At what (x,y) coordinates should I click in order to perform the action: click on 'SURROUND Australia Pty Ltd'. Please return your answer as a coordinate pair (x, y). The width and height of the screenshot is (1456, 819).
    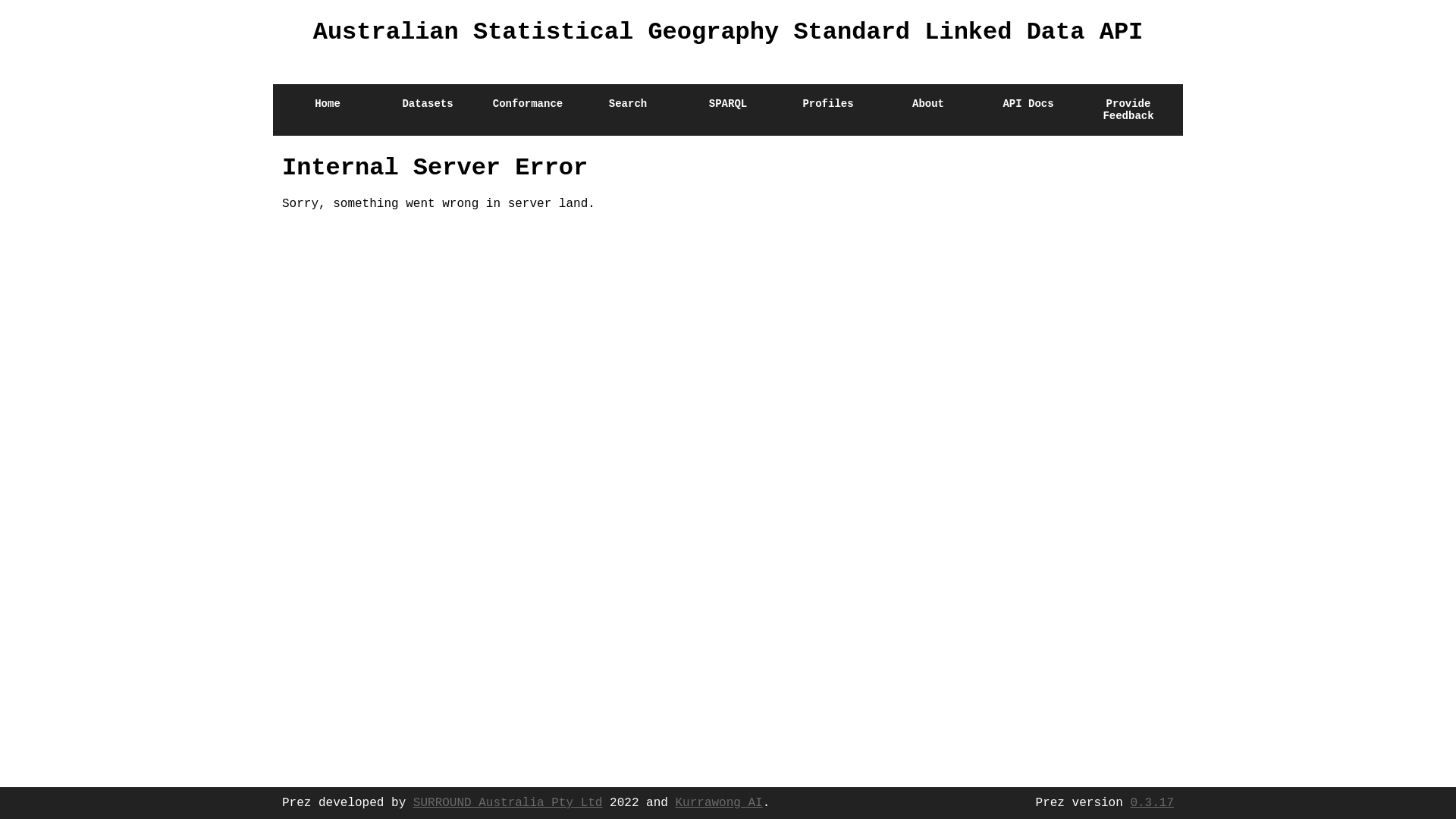
    Looking at the image, I should click on (508, 802).